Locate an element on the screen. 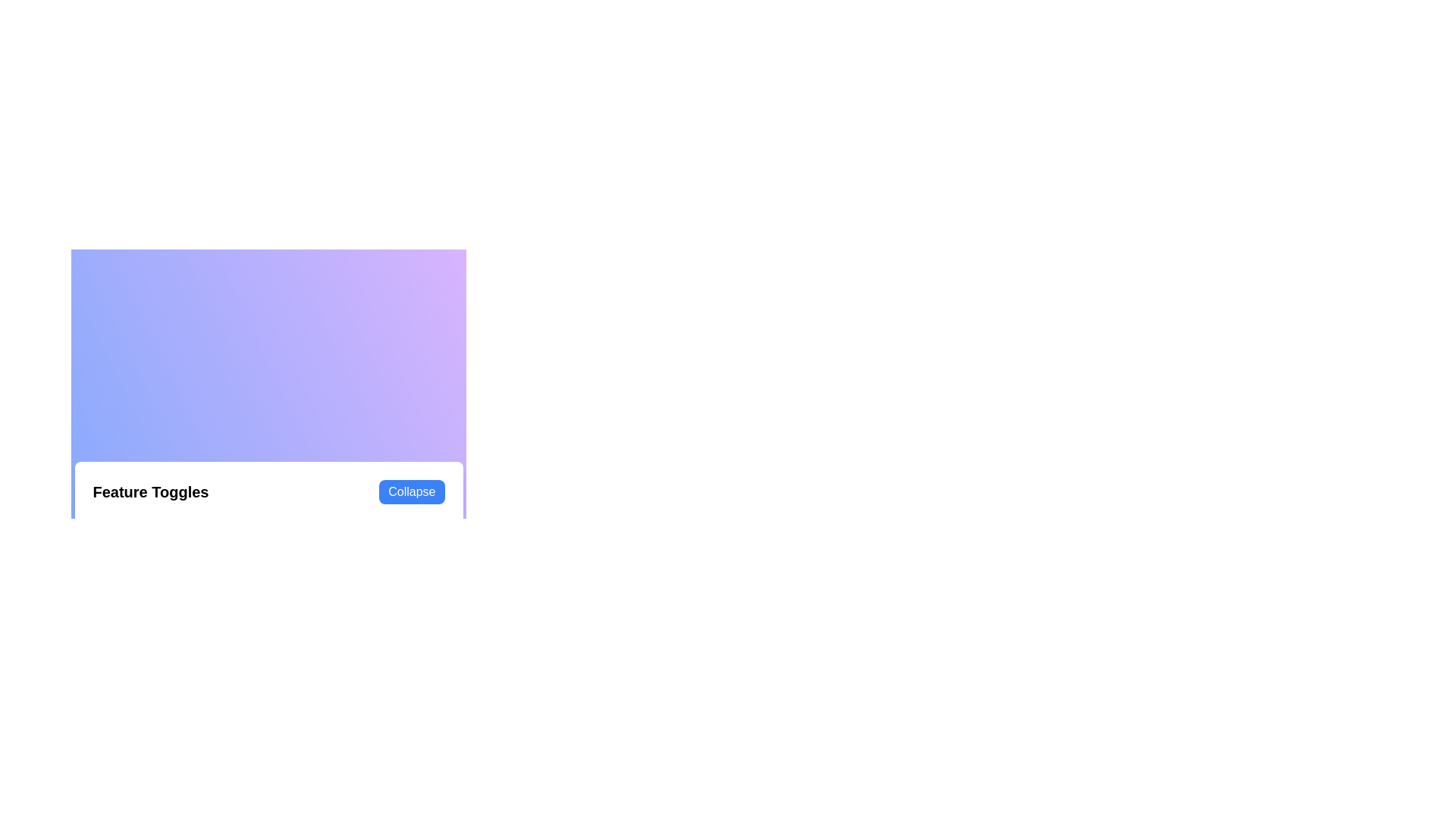  the 'Collapse' button in the header section of the menu is located at coordinates (411, 491).